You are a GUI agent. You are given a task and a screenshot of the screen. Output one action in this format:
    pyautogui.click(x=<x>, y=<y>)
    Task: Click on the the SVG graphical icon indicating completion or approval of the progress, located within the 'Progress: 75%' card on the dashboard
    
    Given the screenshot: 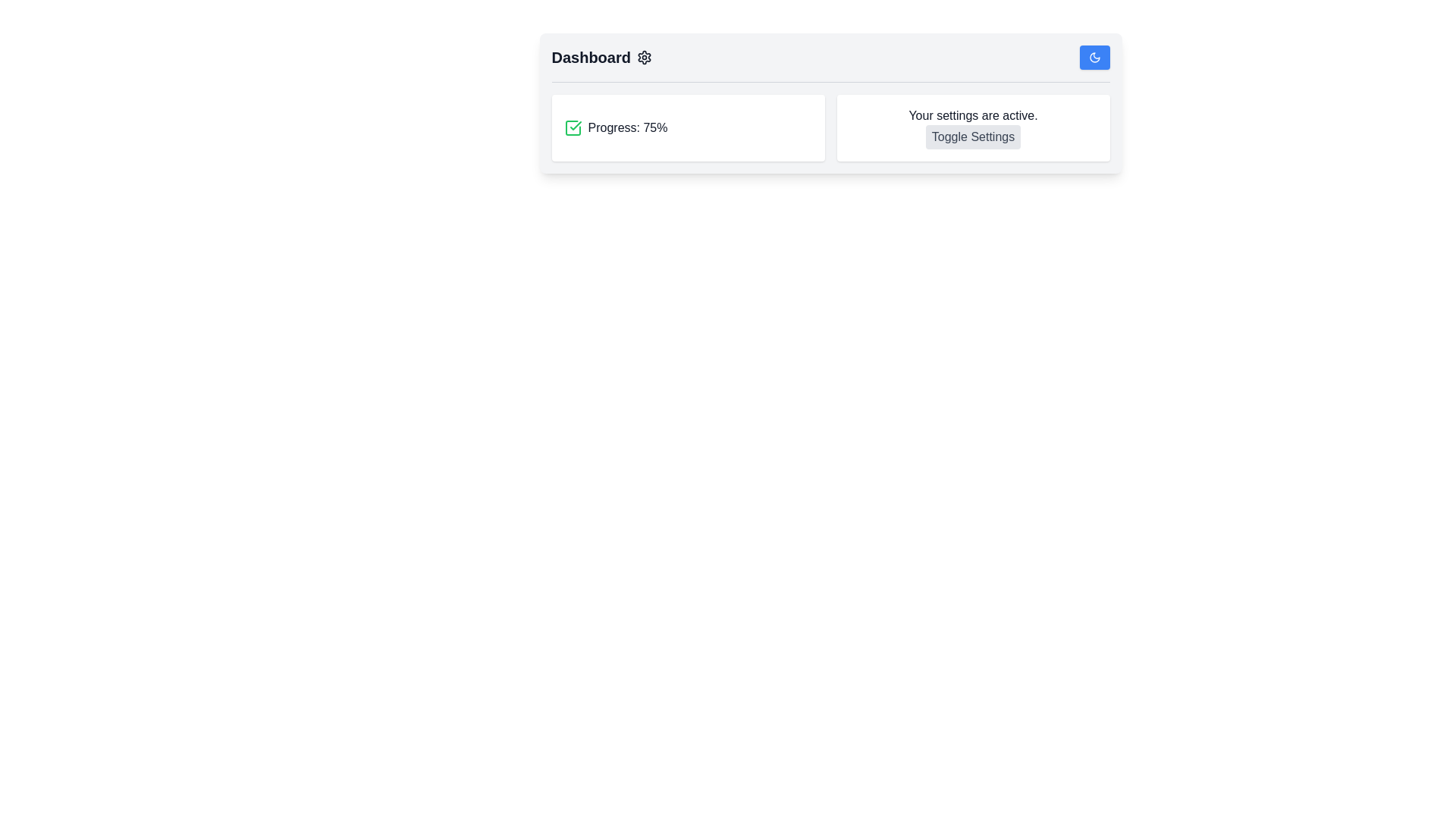 What is the action you would take?
    pyautogui.click(x=572, y=127)
    